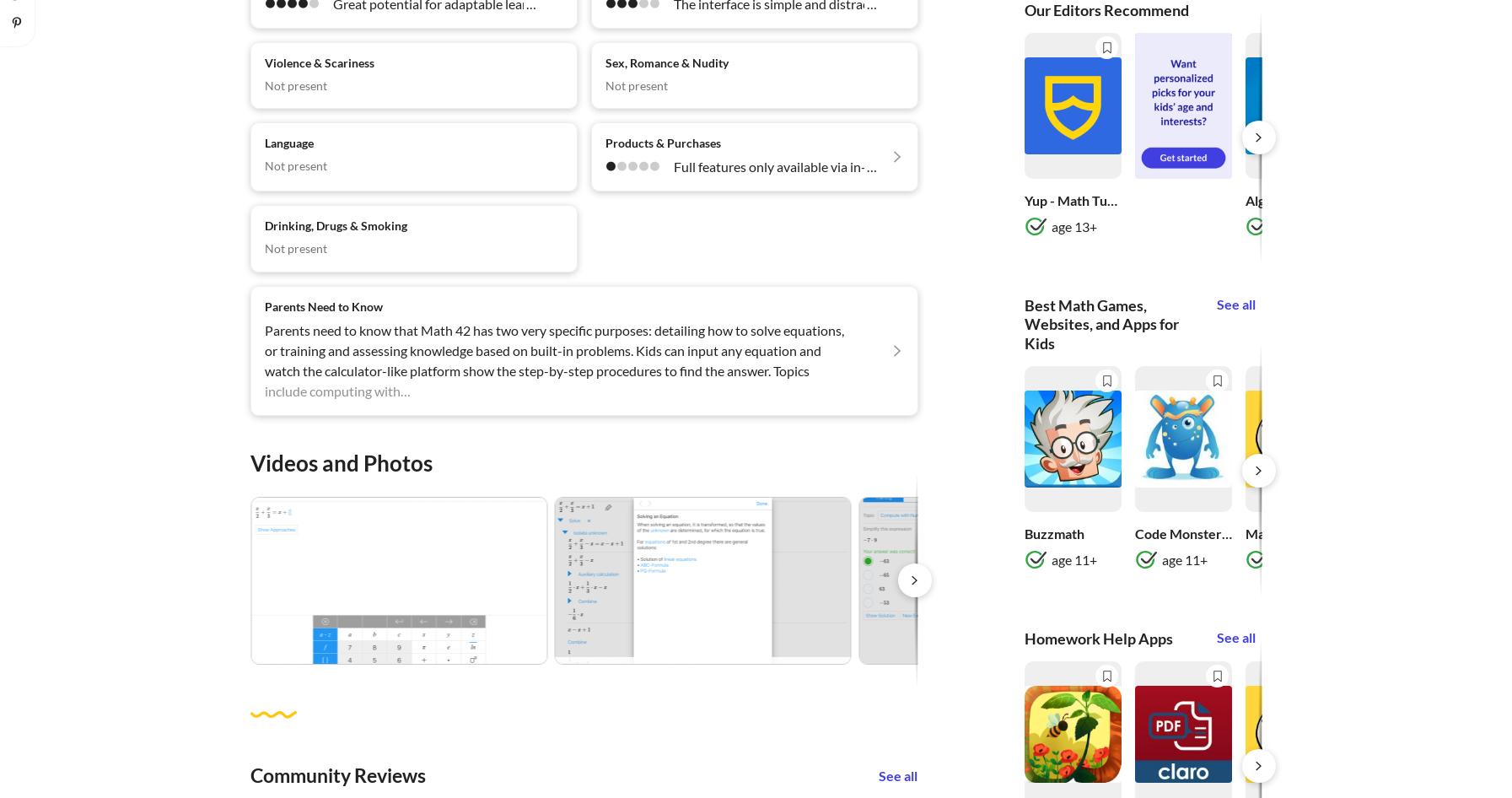  What do you see at coordinates (809, 166) in the screenshot?
I see `'Full features only available via in-app purchase.'` at bounding box center [809, 166].